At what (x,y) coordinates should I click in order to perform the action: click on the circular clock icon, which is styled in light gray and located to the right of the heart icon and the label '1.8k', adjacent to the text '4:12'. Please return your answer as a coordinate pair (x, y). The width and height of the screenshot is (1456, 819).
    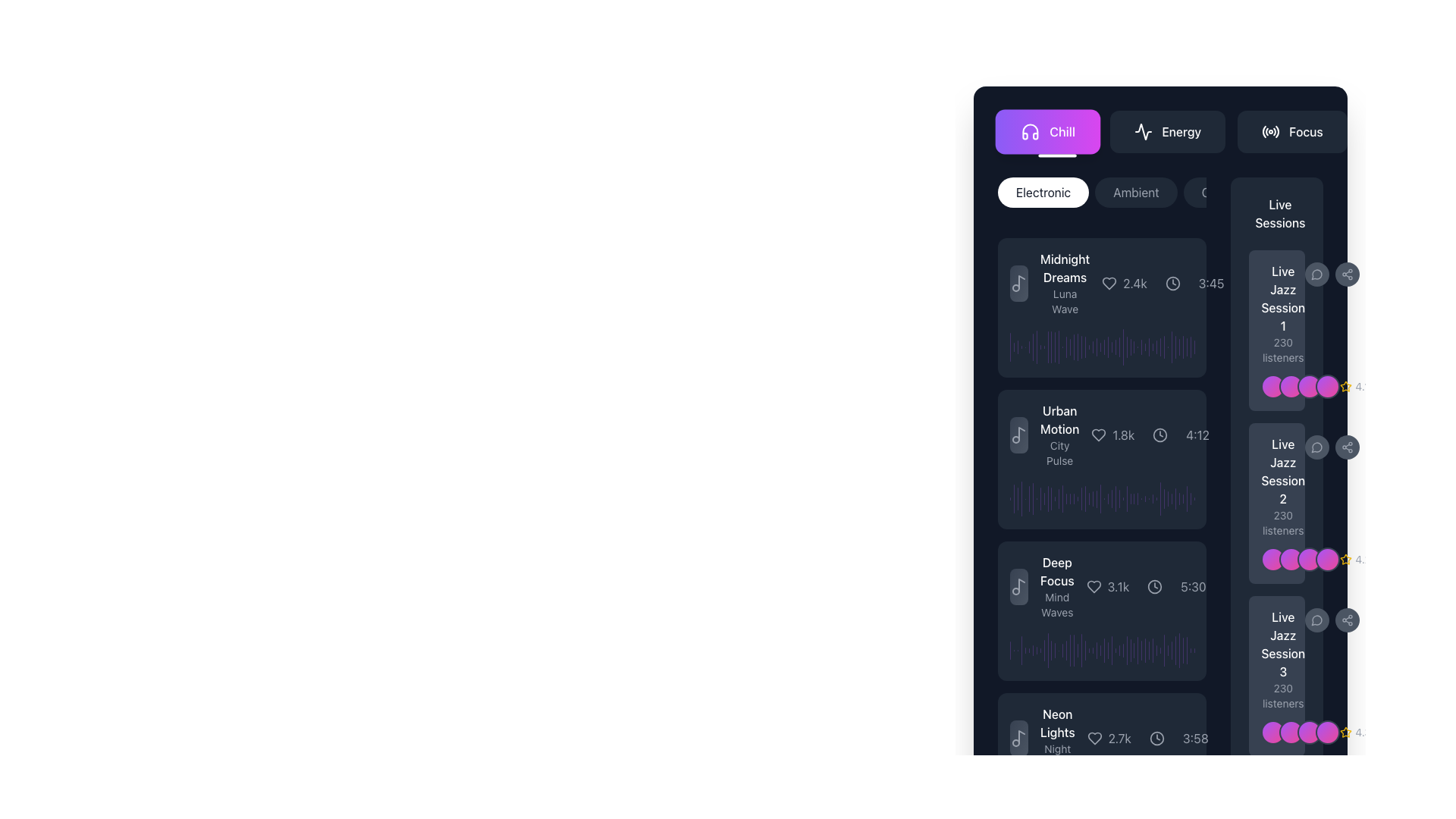
    Looking at the image, I should click on (1159, 435).